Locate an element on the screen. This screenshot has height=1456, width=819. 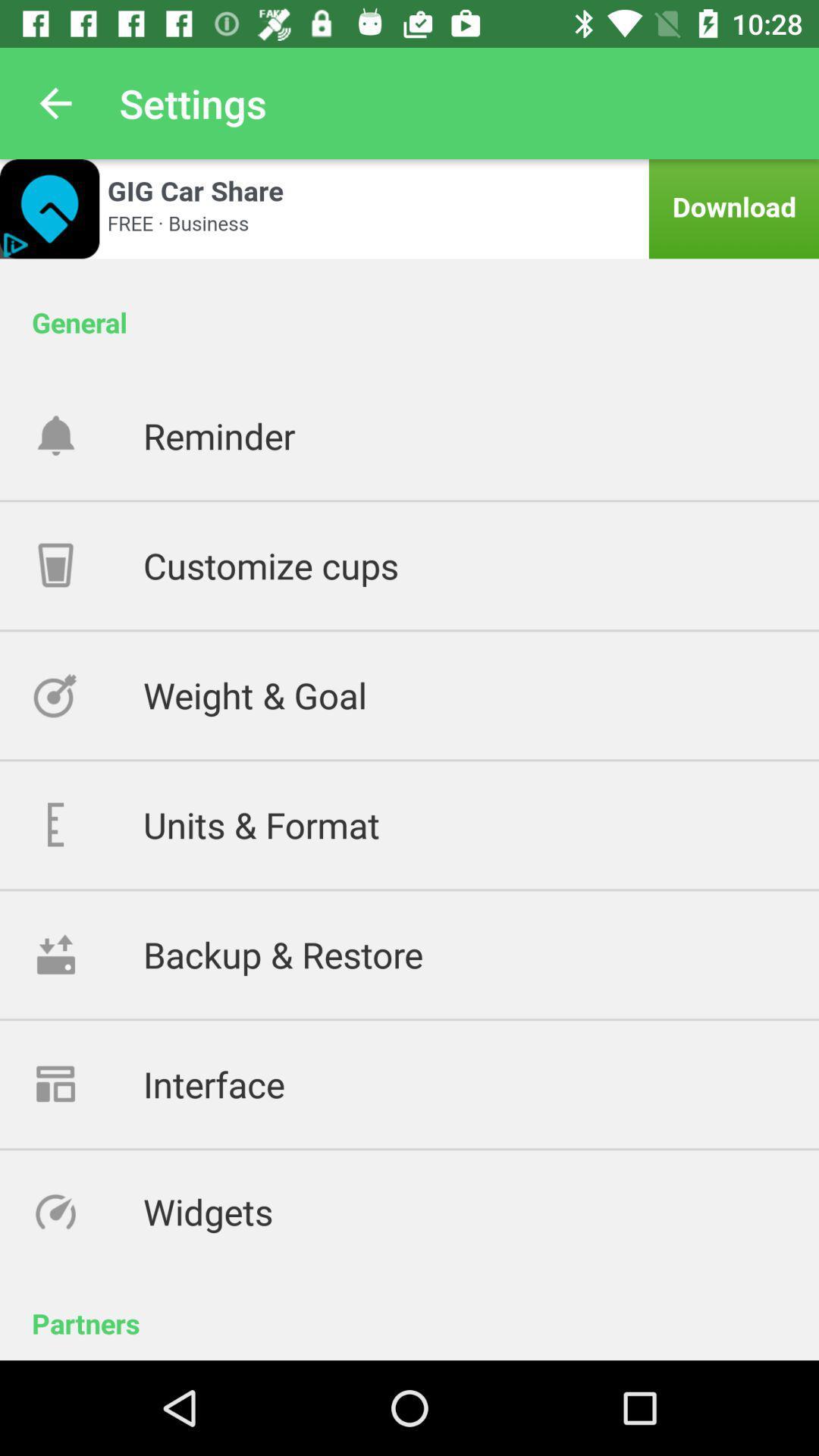
the icon beside widgets is located at coordinates (87, 1210).